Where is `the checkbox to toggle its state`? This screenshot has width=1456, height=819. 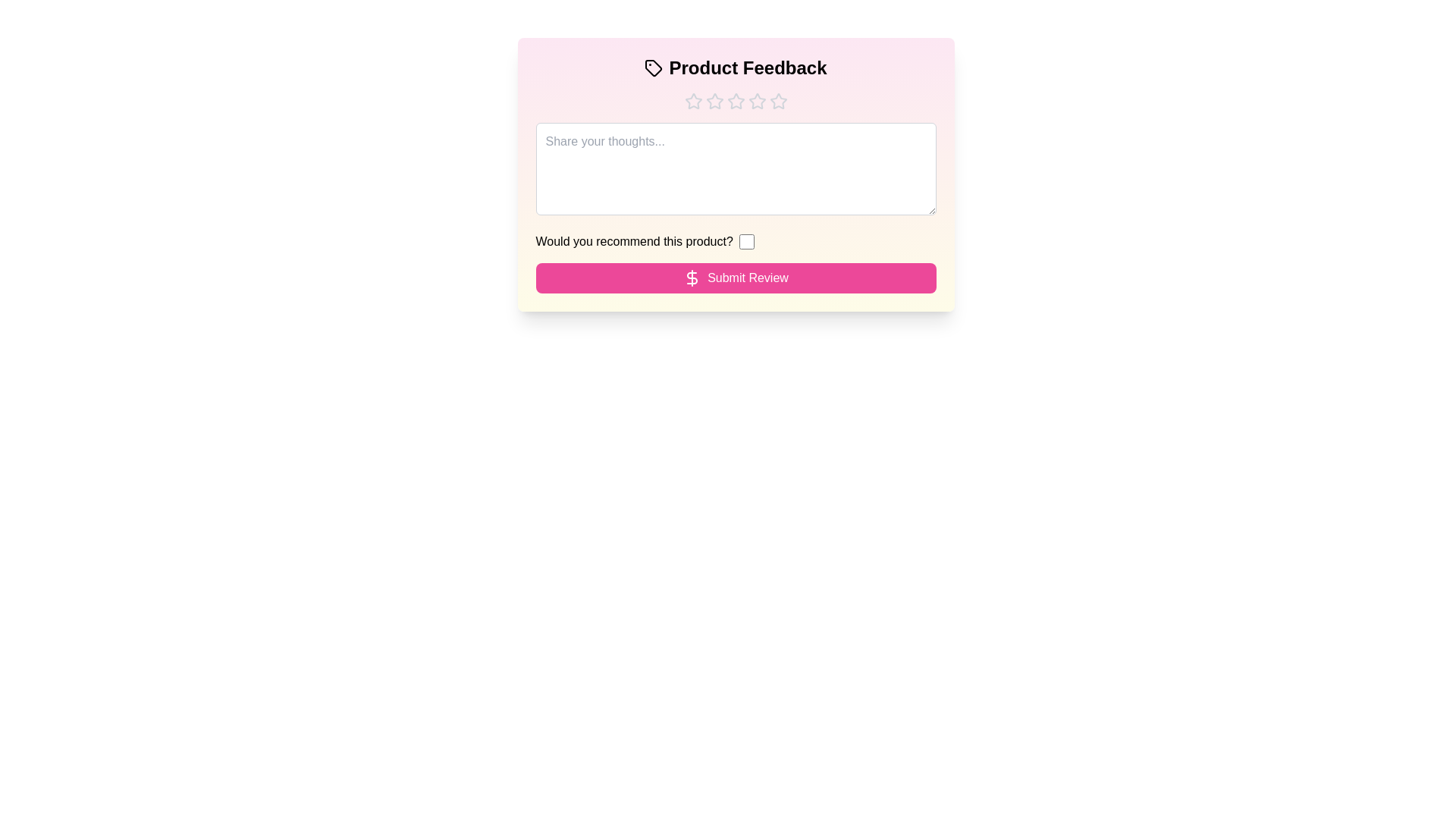 the checkbox to toggle its state is located at coordinates (746, 241).